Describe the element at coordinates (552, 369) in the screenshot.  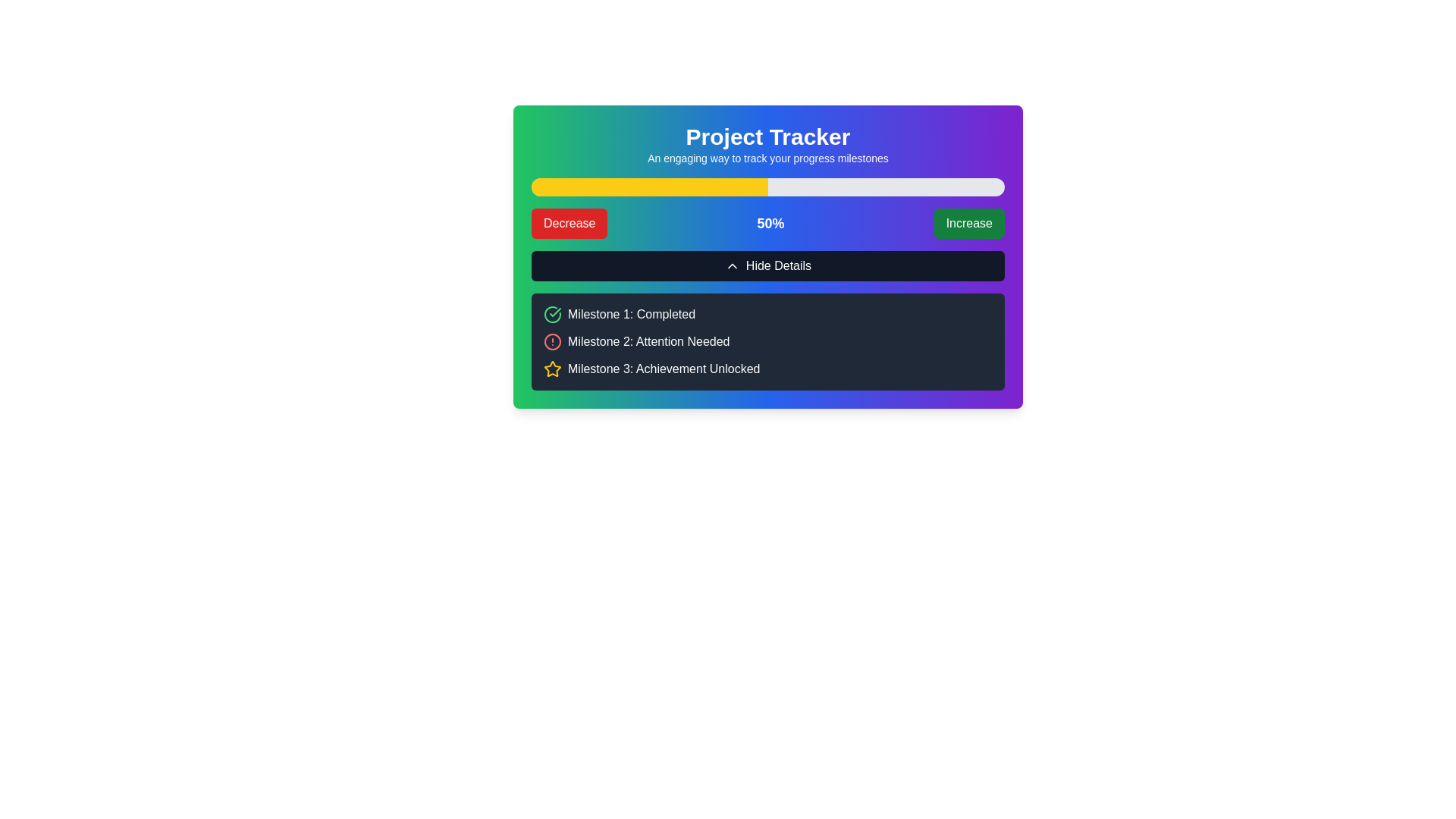
I see `the icon that visually emphasizes the achievement status of 'Milestone 3: Achievement Unlocked', located as the first item in the horizontal row within the milestones list` at that location.